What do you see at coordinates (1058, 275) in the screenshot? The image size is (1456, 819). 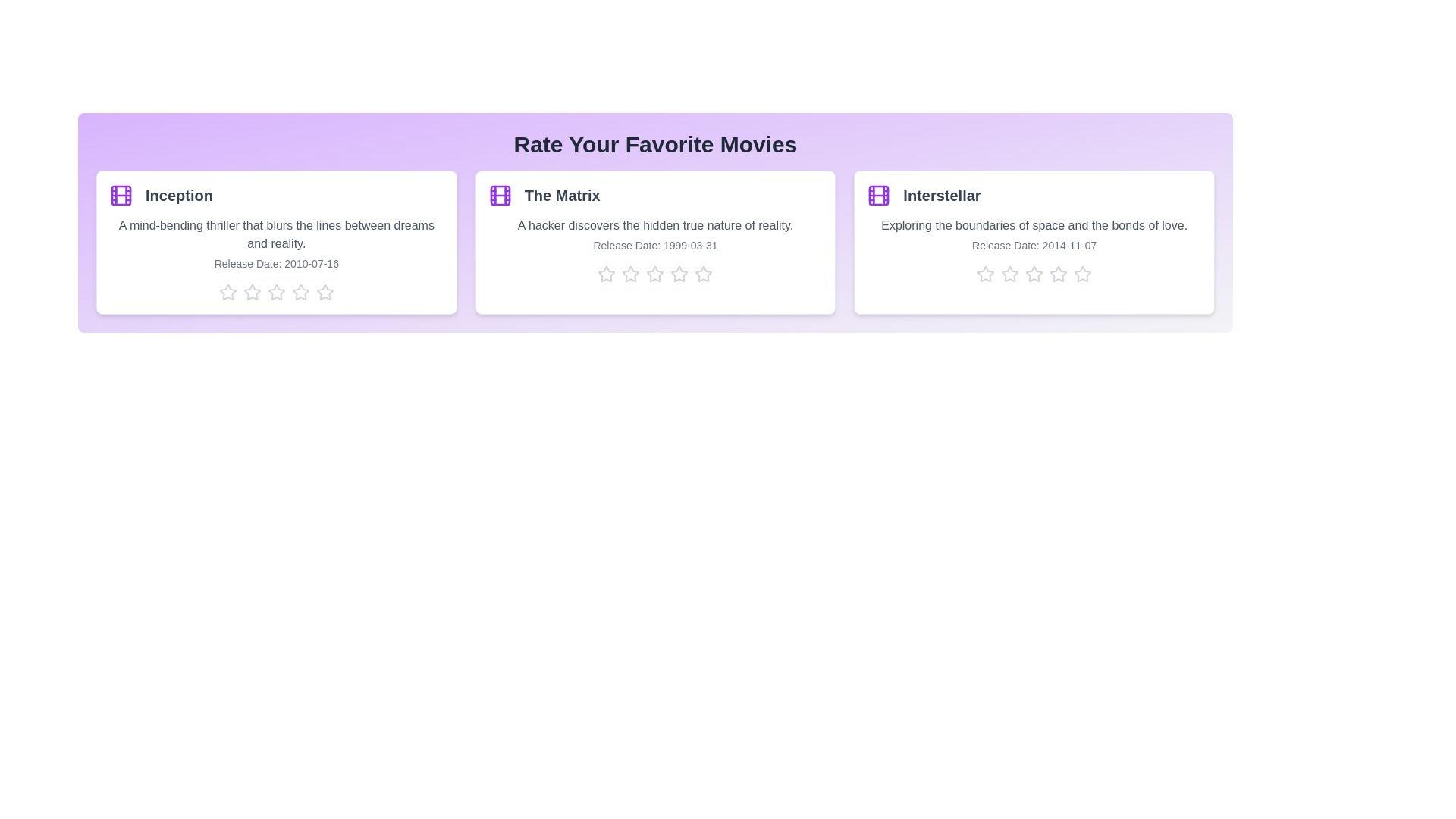 I see `the star corresponding to 4 stars for the movie Interstellar` at bounding box center [1058, 275].